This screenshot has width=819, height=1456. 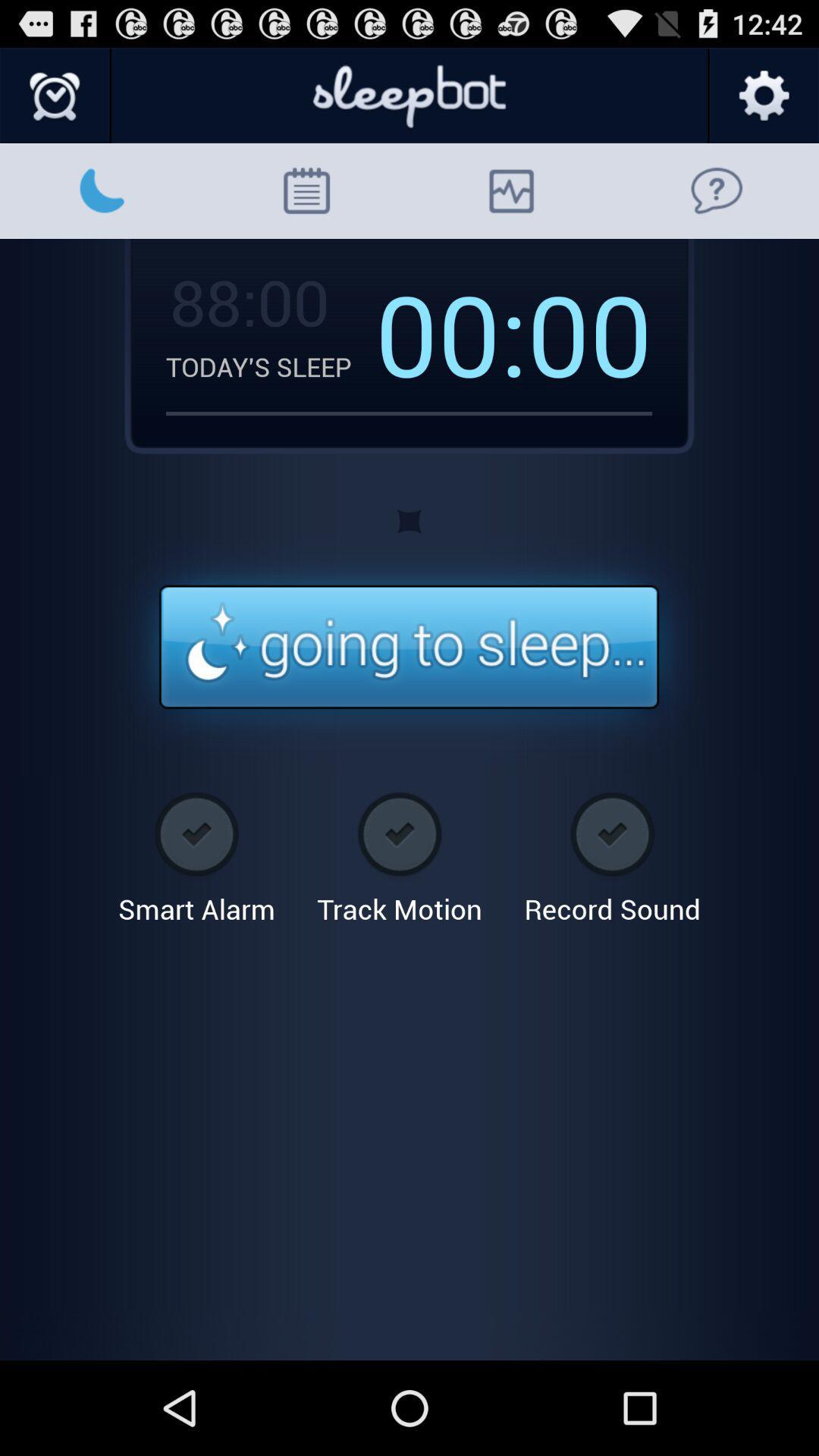 What do you see at coordinates (399, 852) in the screenshot?
I see `the app to the left of the record sound` at bounding box center [399, 852].